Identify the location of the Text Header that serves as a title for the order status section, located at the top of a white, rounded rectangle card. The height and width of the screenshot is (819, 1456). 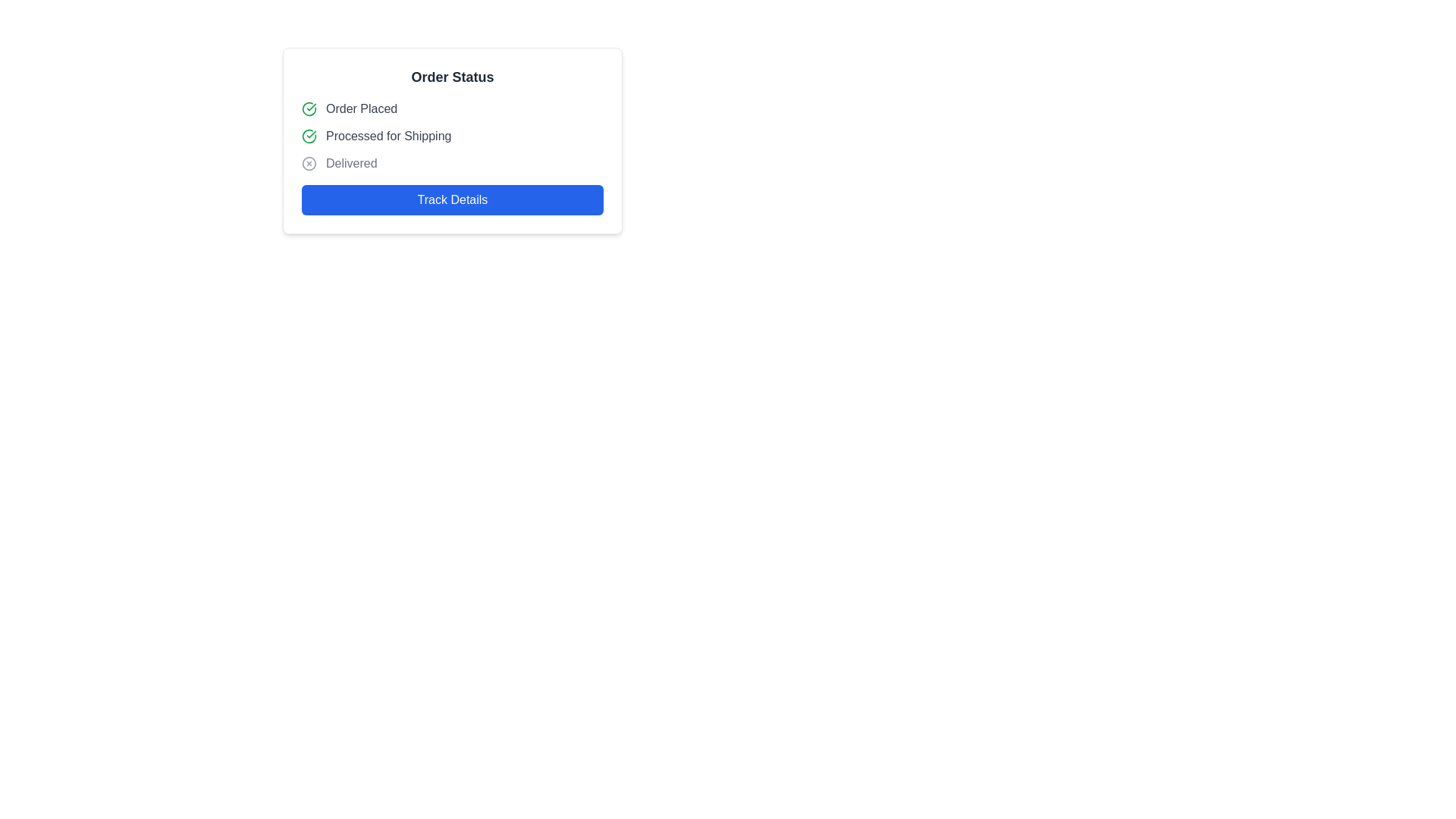
(451, 77).